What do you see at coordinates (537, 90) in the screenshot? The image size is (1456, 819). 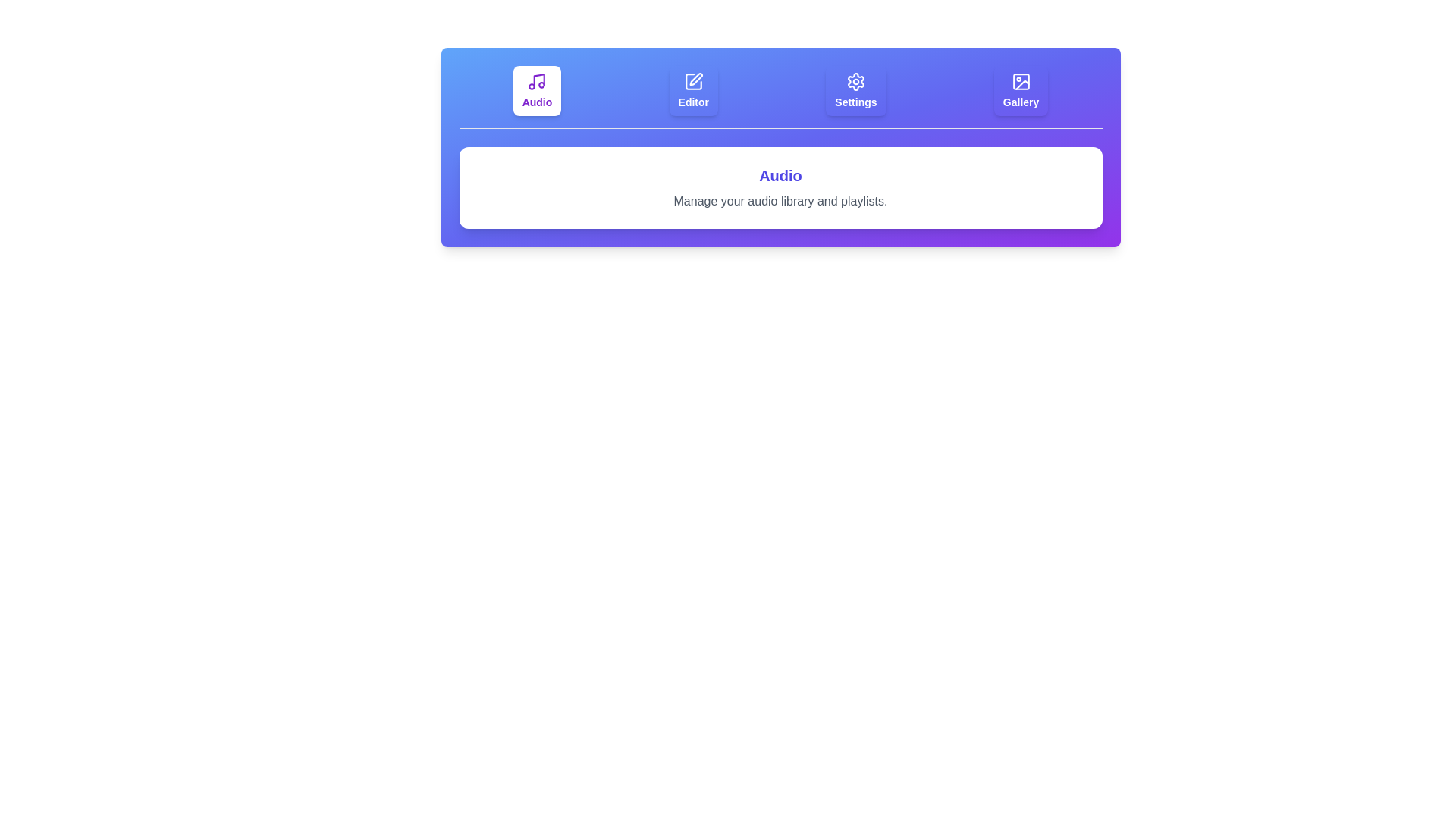 I see `the tab labeled Audio to select it` at bounding box center [537, 90].